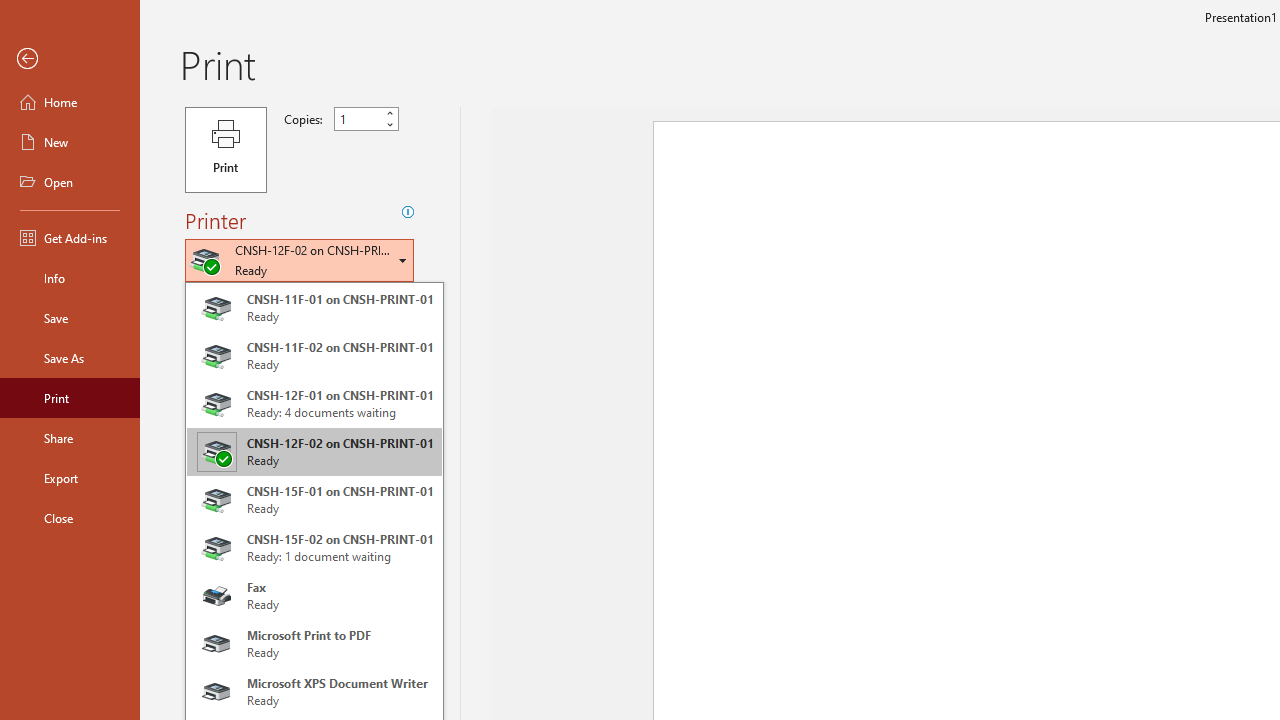 The height and width of the screenshot is (720, 1280). What do you see at coordinates (69, 277) in the screenshot?
I see `'Info'` at bounding box center [69, 277].